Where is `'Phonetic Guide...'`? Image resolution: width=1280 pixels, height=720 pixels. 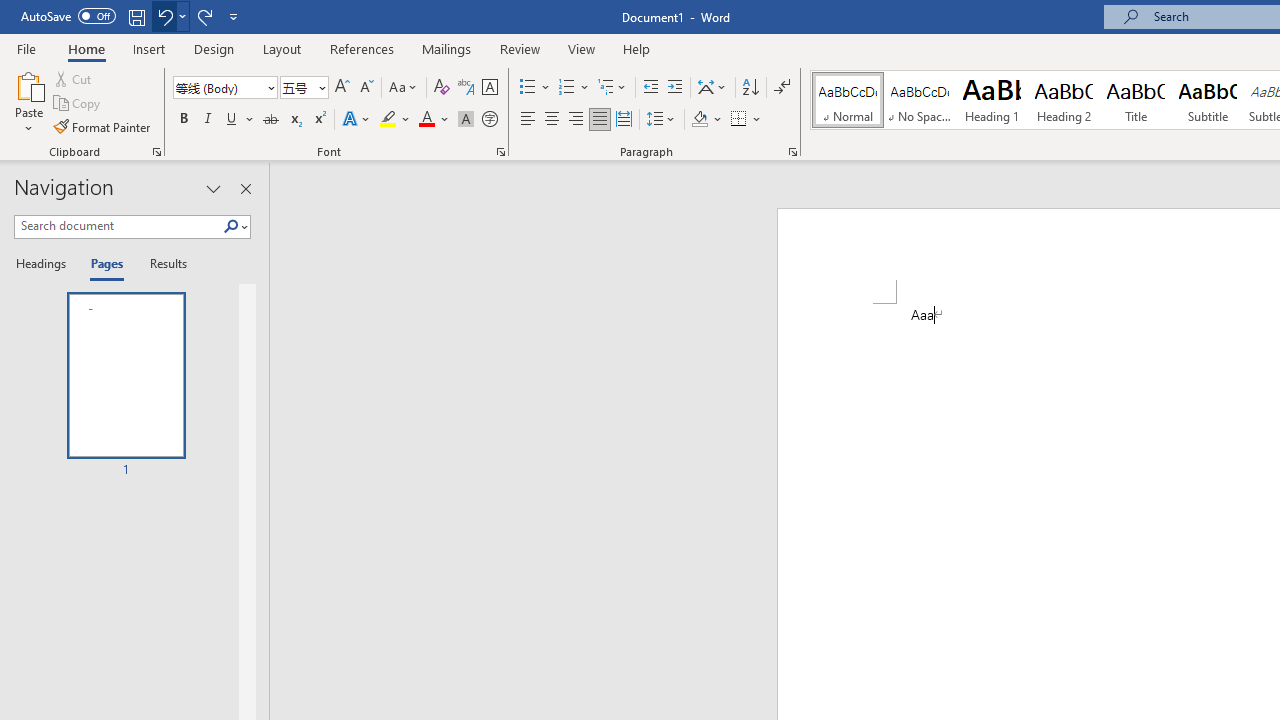
'Phonetic Guide...' is located at coordinates (464, 86).